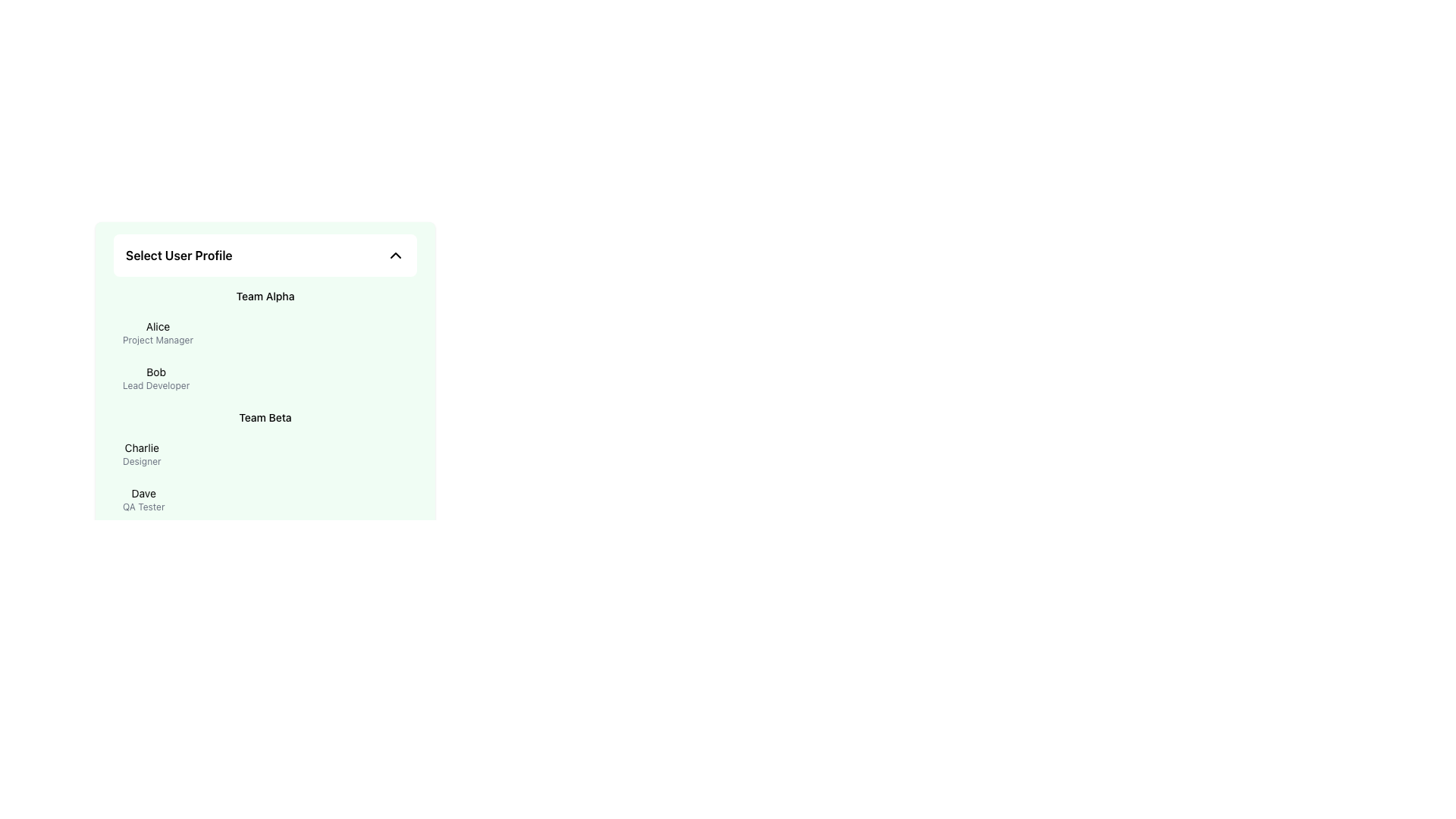 The width and height of the screenshot is (1456, 819). I want to click on the static text label indicating the role or title associated with 'Dave' in the user profile interface, located below the label 'Dave' in the 'Team Beta' section, so click(143, 507).